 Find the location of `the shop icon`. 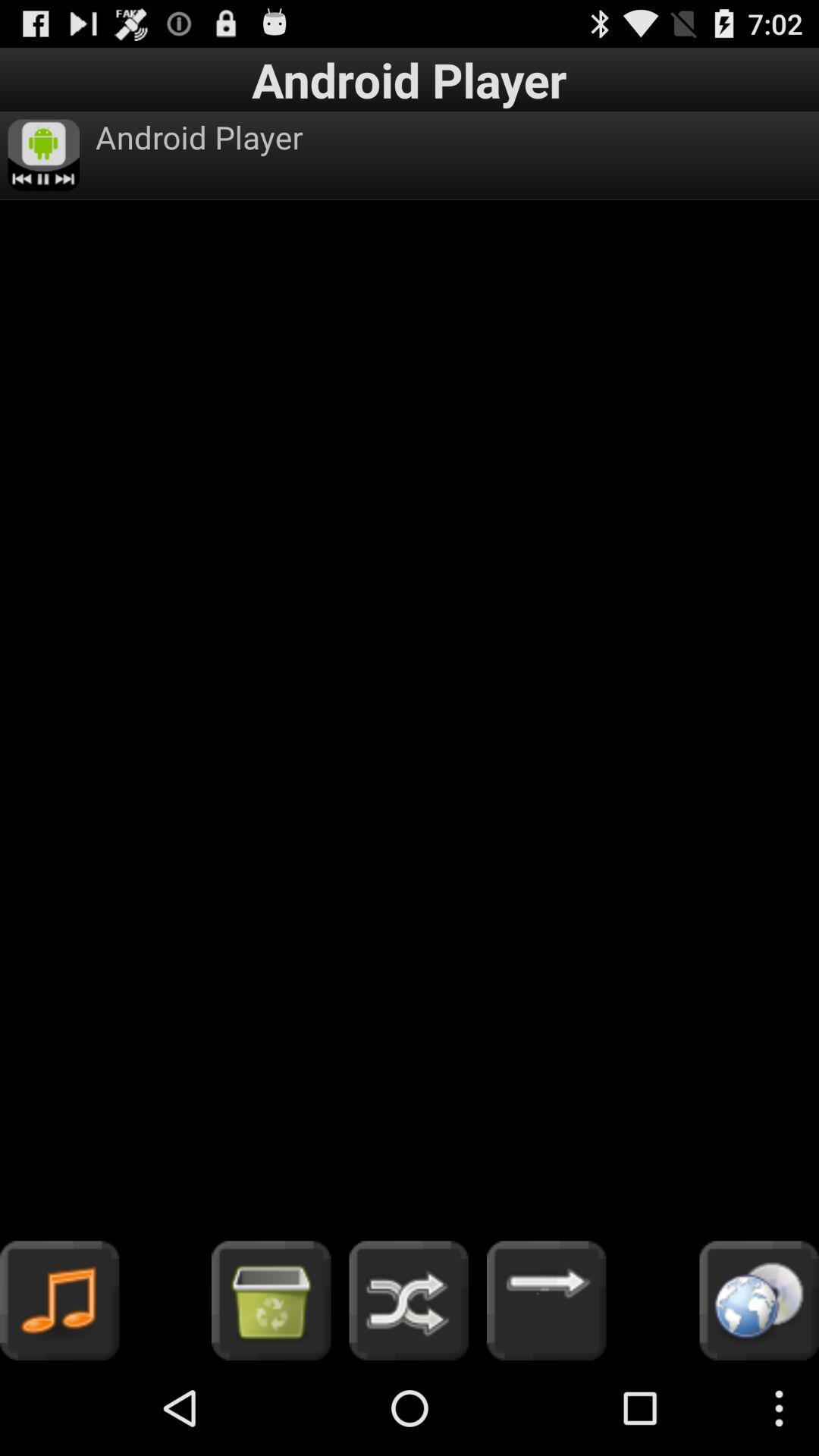

the shop icon is located at coordinates (270, 1392).